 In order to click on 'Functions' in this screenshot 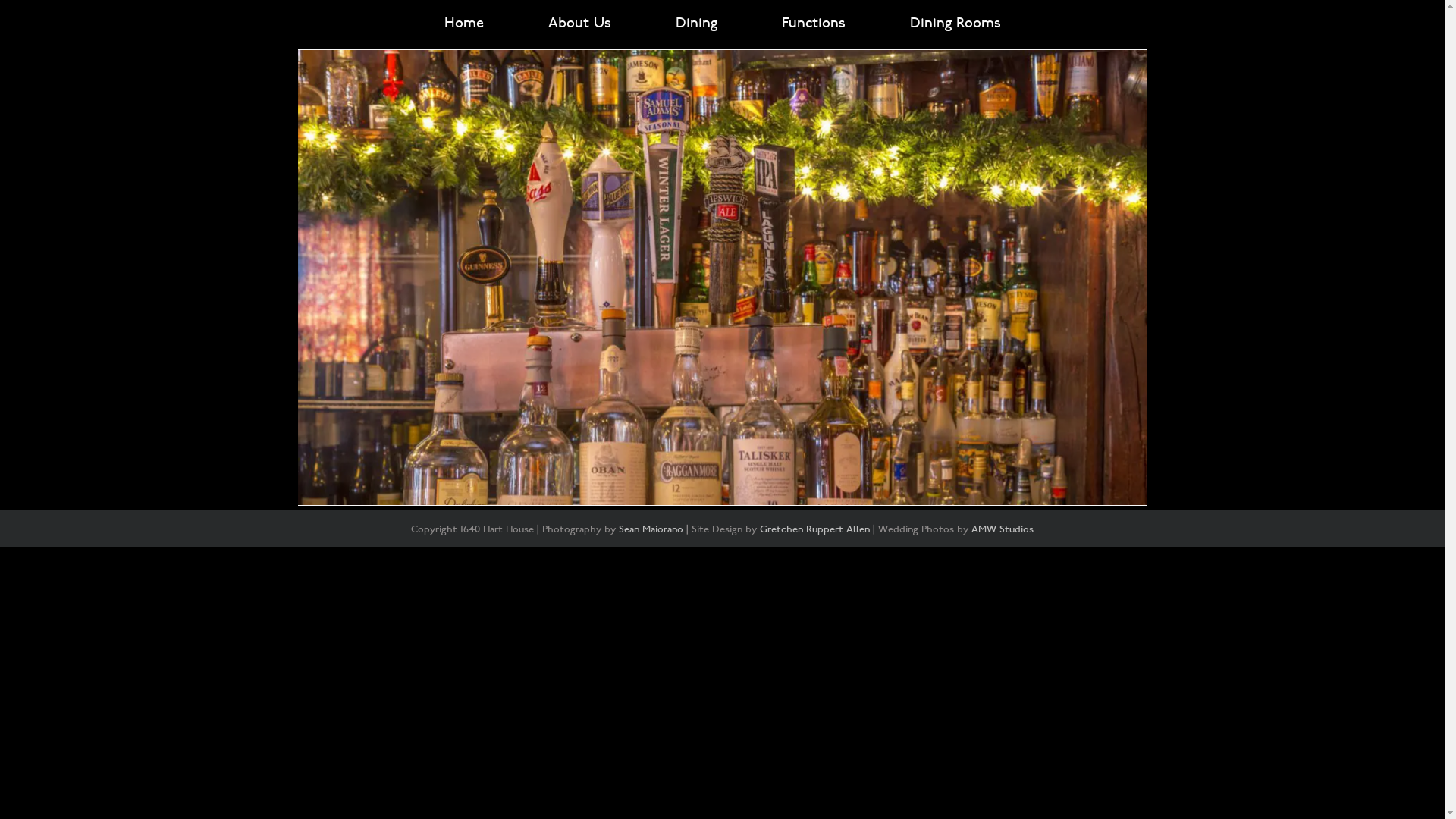, I will do `click(811, 23)`.